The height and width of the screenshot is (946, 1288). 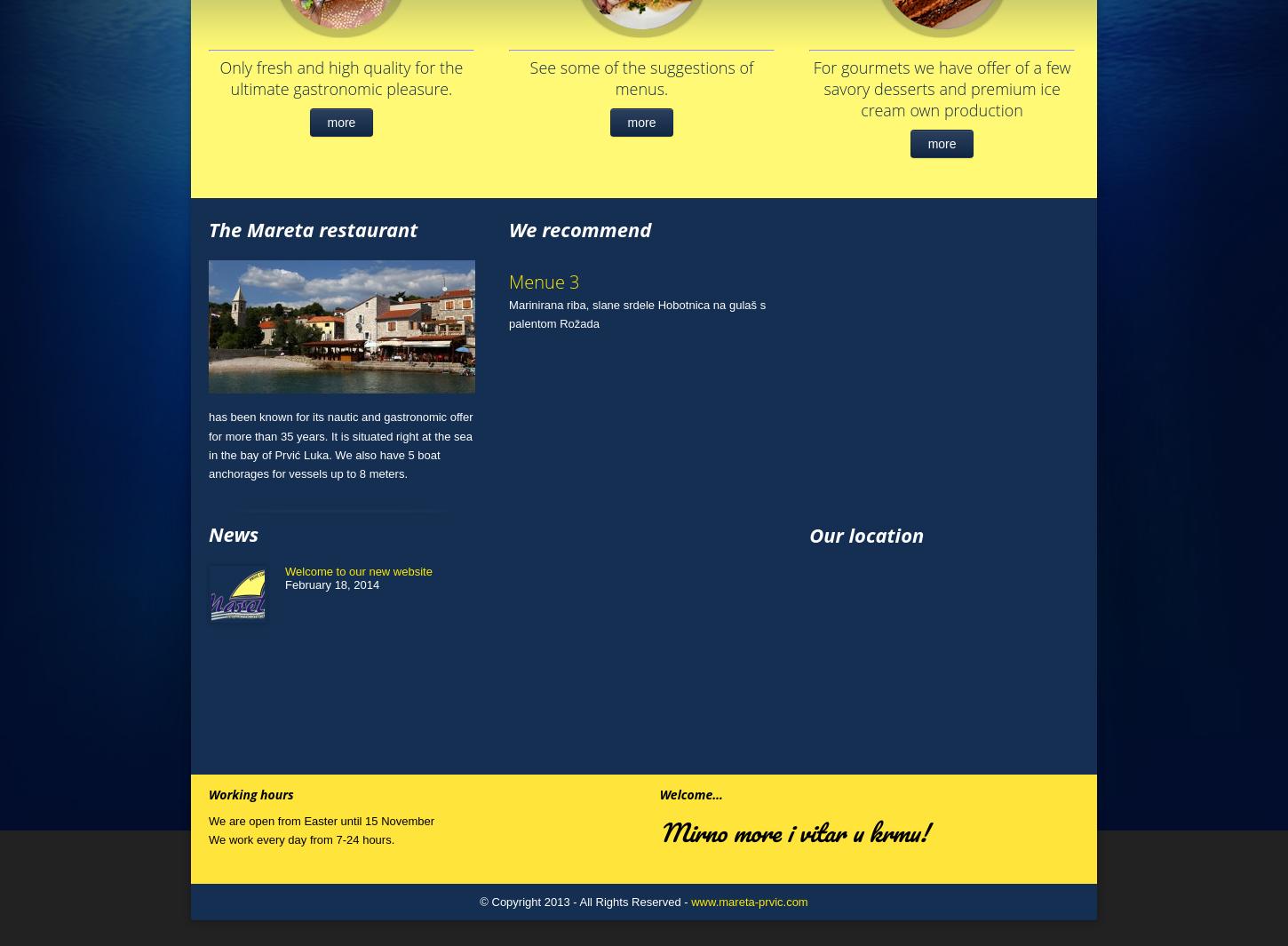 What do you see at coordinates (578, 228) in the screenshot?
I see `'We recommend'` at bounding box center [578, 228].